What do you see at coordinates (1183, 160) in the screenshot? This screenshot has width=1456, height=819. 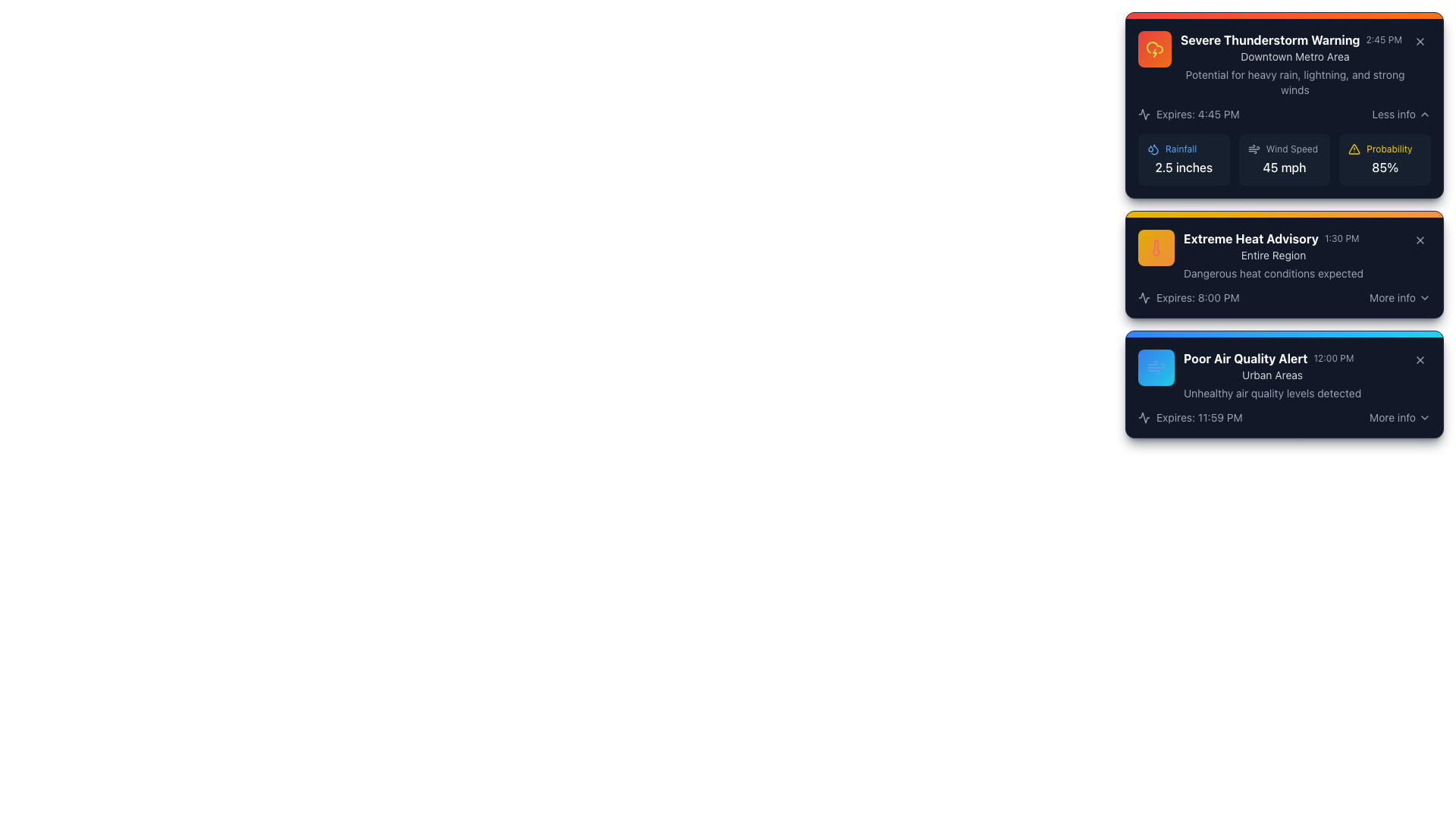 I see `the first Information card displaying rainfall data, located in the top left of the grid of weather metrics` at bounding box center [1183, 160].